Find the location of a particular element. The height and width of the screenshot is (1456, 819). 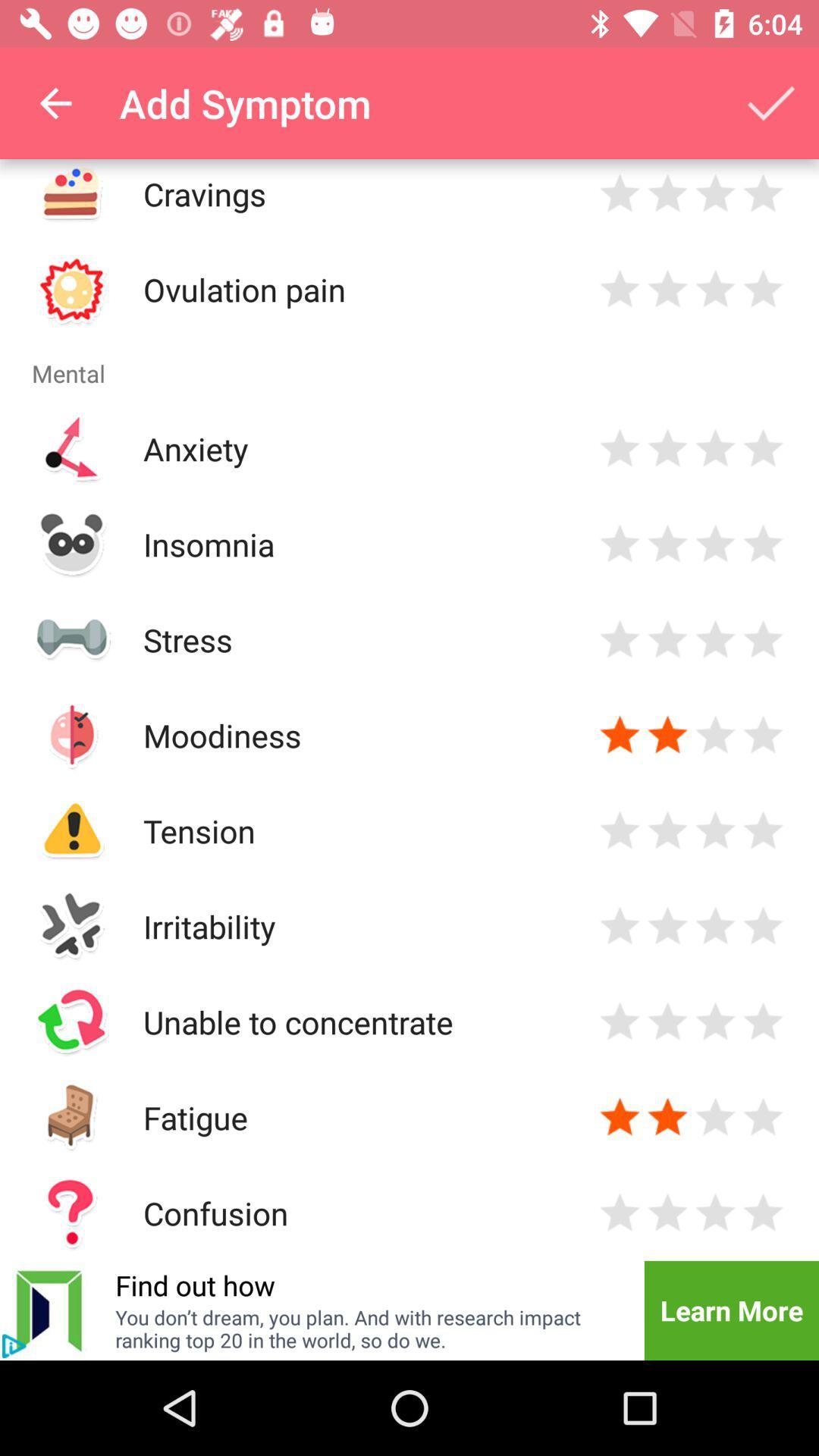

click the info is located at coordinates (14, 1346).